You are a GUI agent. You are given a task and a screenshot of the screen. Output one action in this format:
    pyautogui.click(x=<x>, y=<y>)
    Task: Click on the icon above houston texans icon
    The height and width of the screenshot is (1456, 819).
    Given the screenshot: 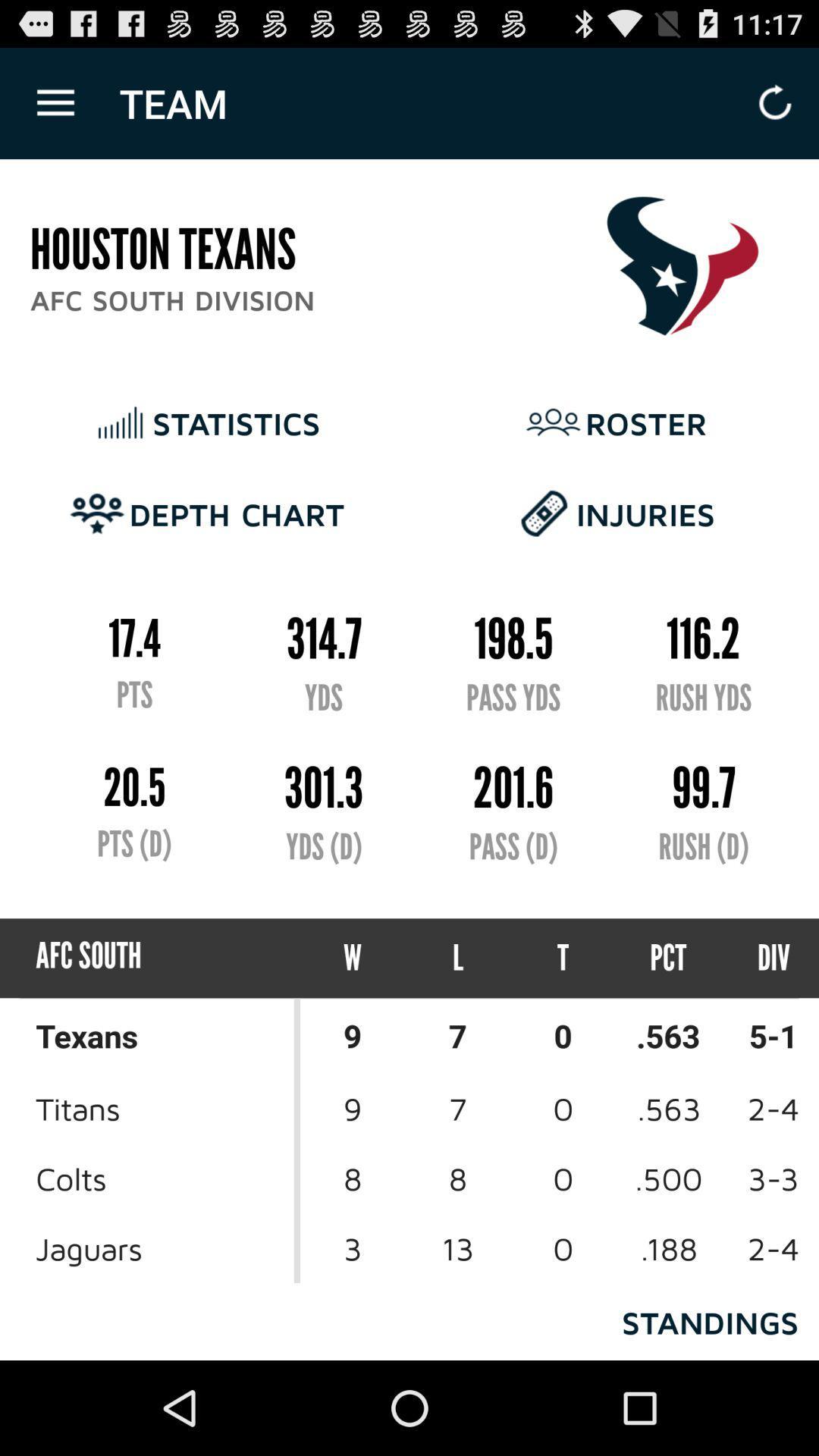 What is the action you would take?
    pyautogui.click(x=55, y=102)
    